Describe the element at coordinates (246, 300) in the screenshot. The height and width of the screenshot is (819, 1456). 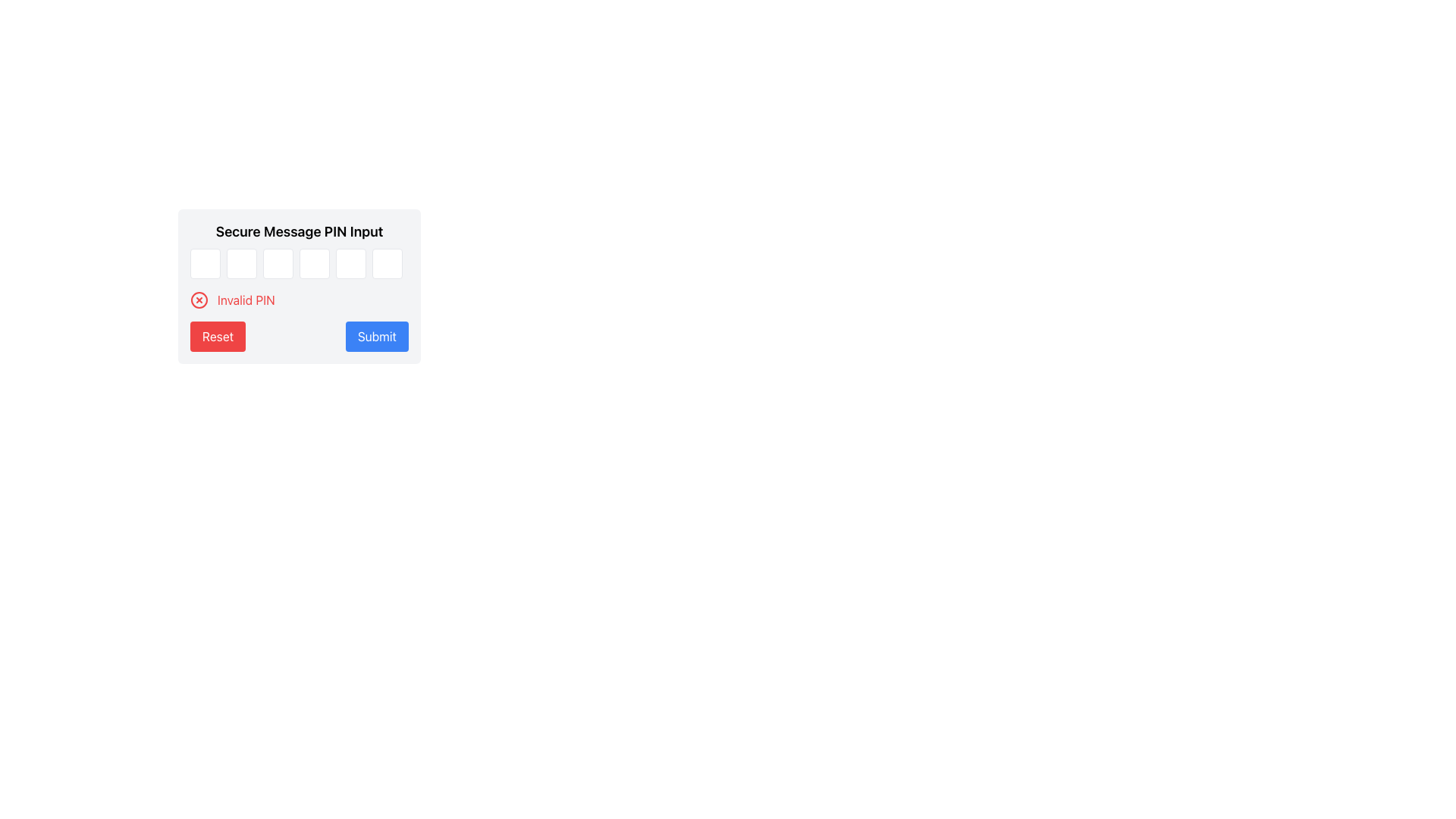
I see `the error label displaying 'Invalid PIN' in red color and bold font, located below the PIN input fields` at that location.